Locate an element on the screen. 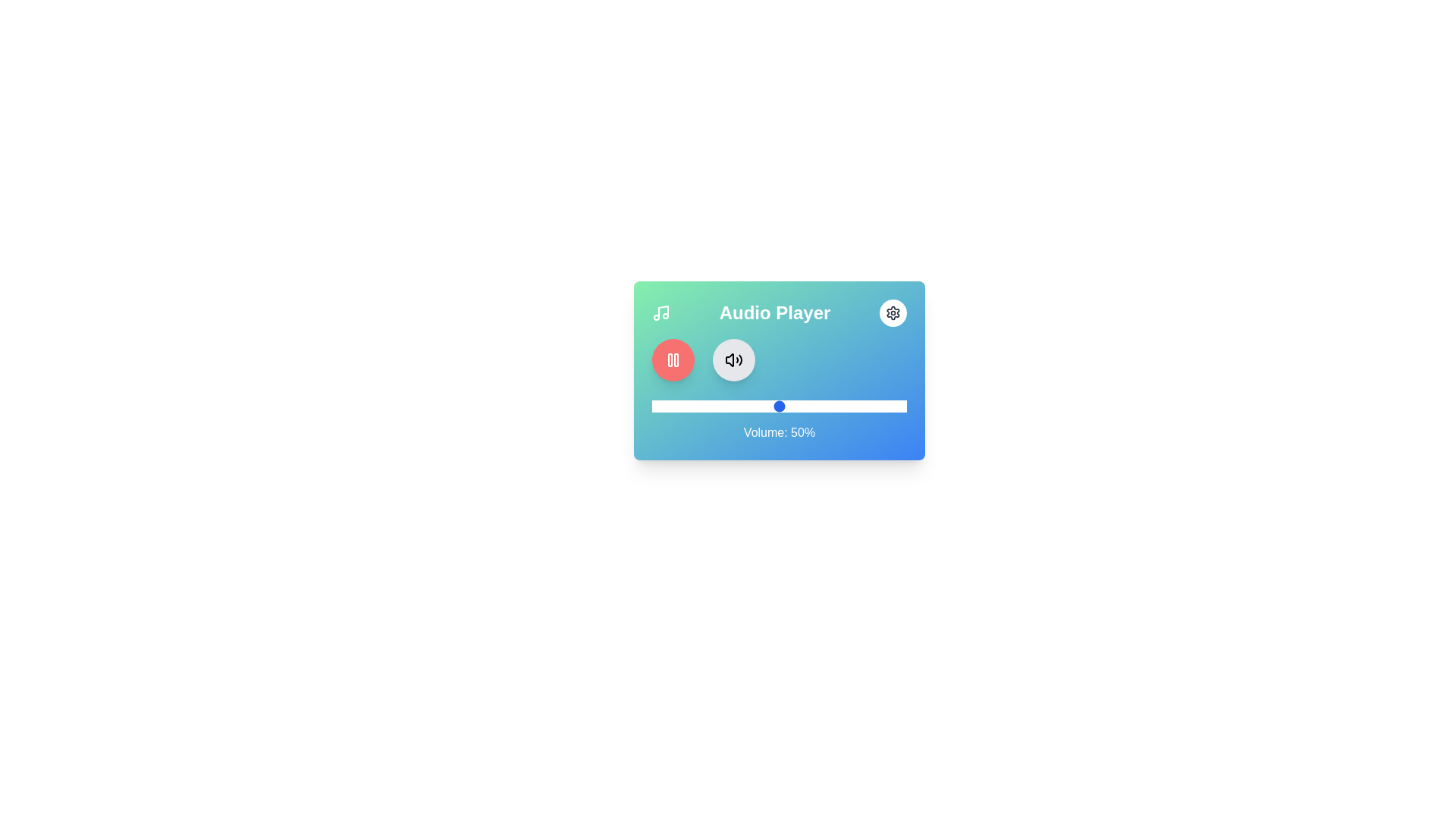 The height and width of the screenshot is (819, 1456). the slider value is located at coordinates (896, 406).